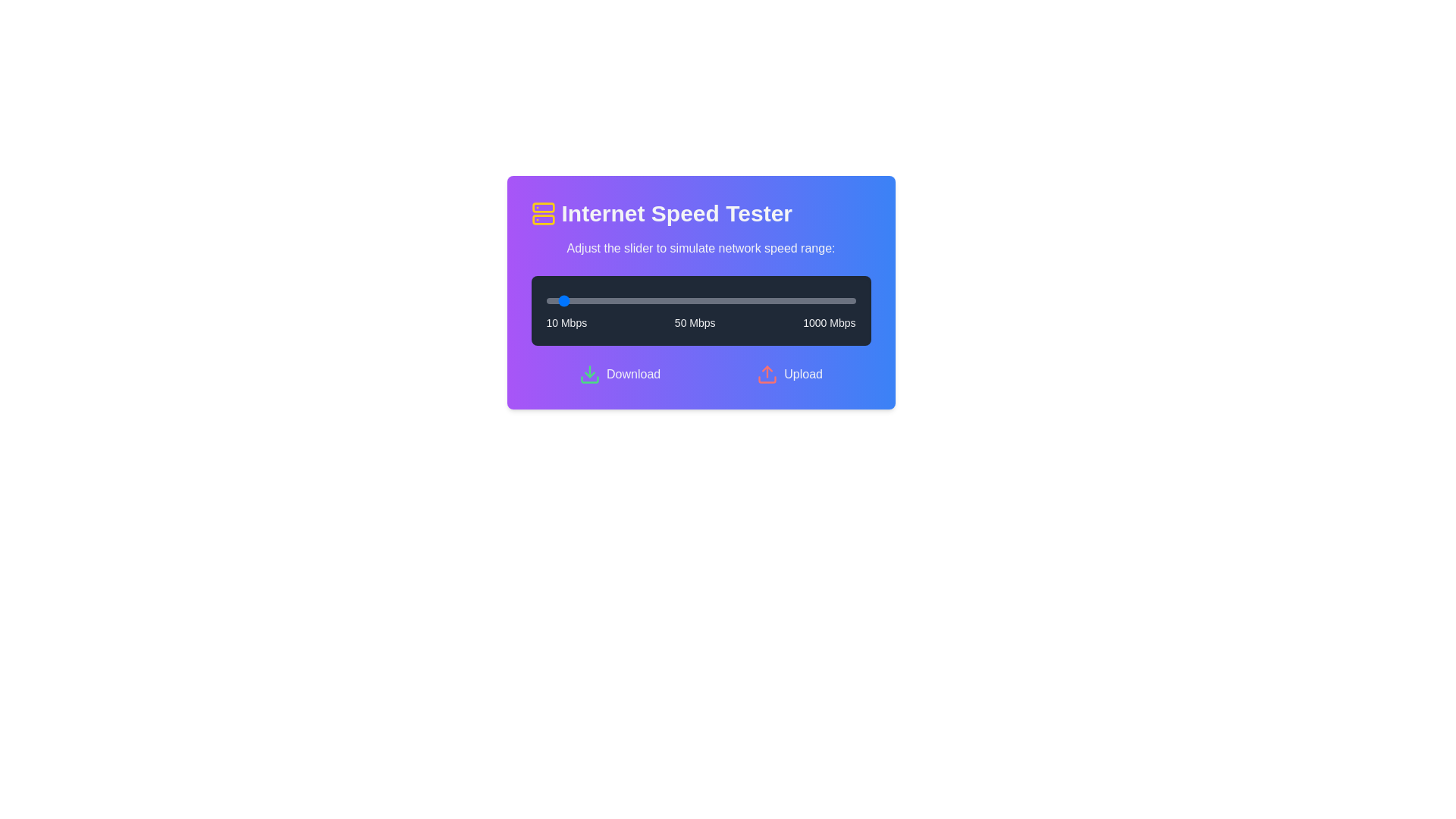  What do you see at coordinates (763, 301) in the screenshot?
I see `the slider to set the speed to 703 Mbps` at bounding box center [763, 301].